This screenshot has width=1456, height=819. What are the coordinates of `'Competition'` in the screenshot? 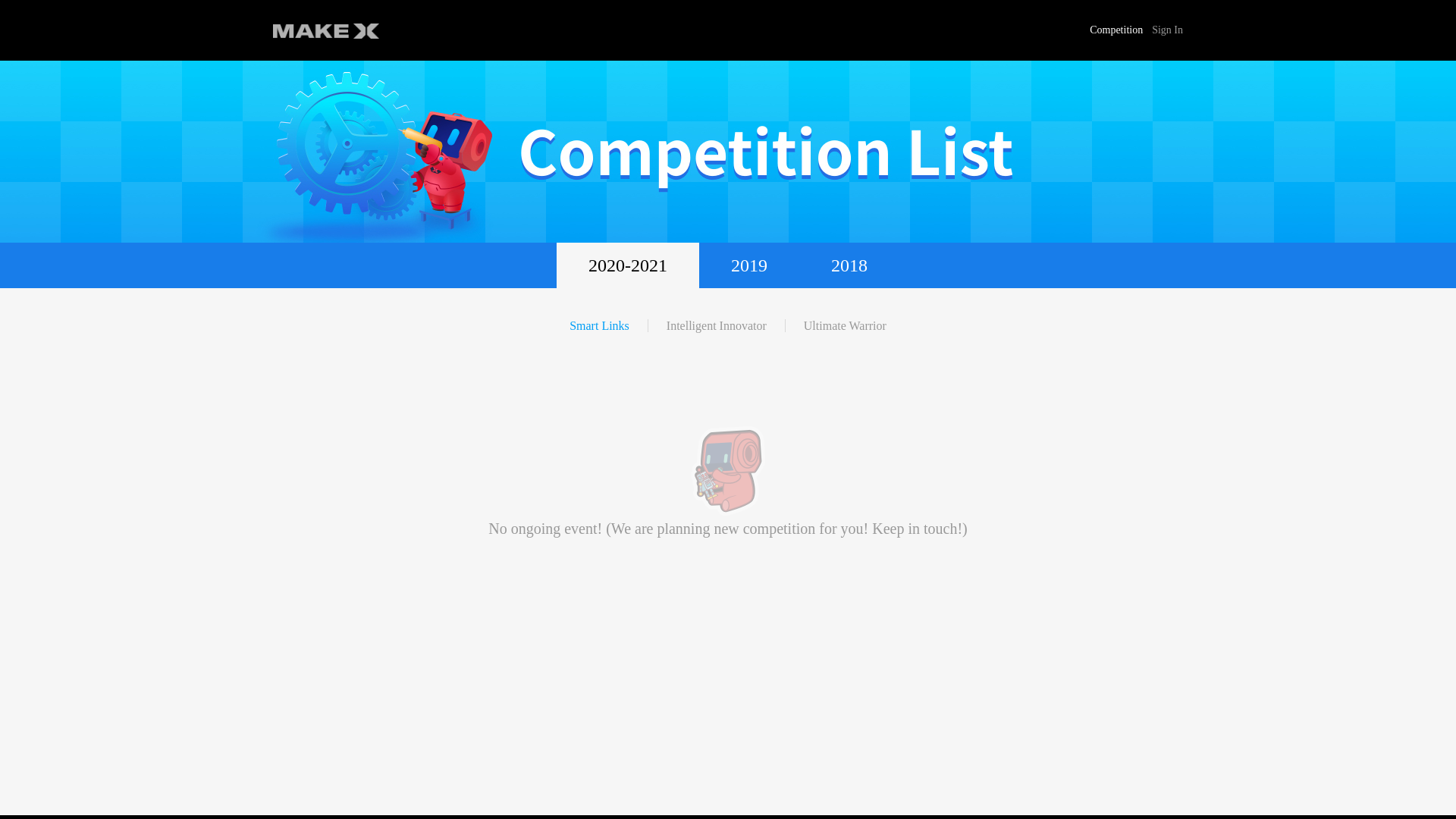 It's located at (1116, 30).